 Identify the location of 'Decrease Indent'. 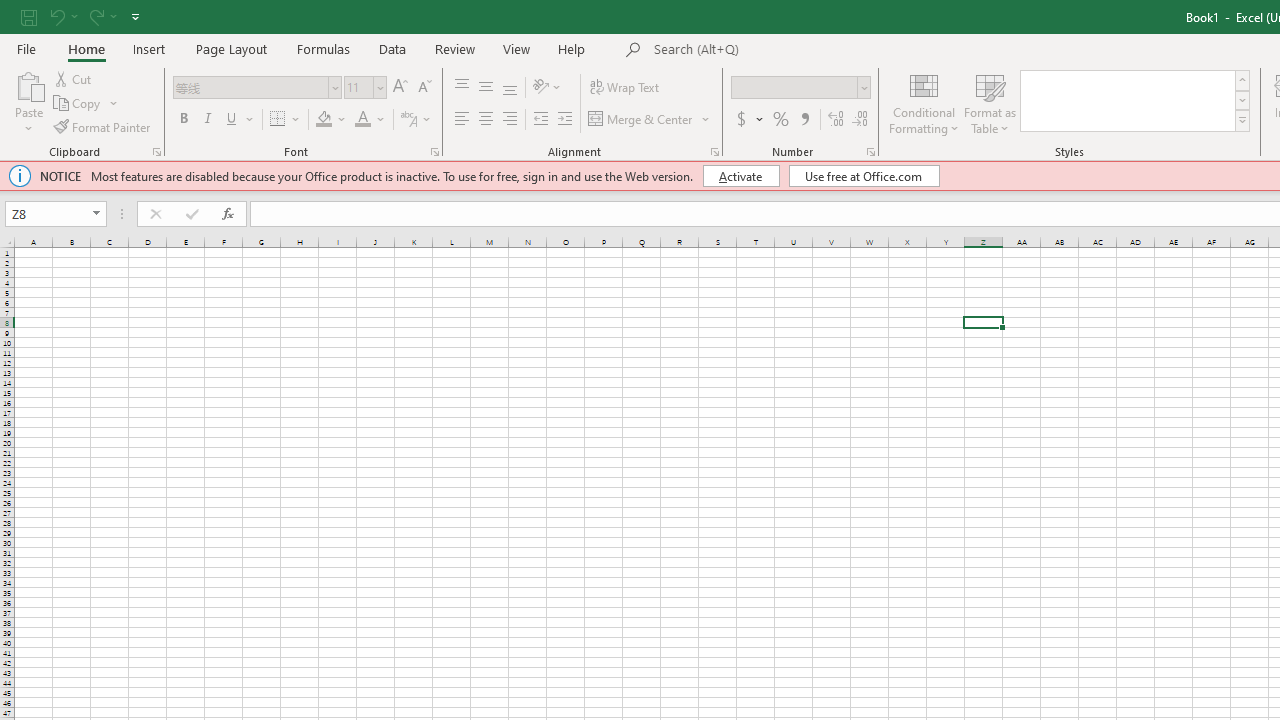
(540, 119).